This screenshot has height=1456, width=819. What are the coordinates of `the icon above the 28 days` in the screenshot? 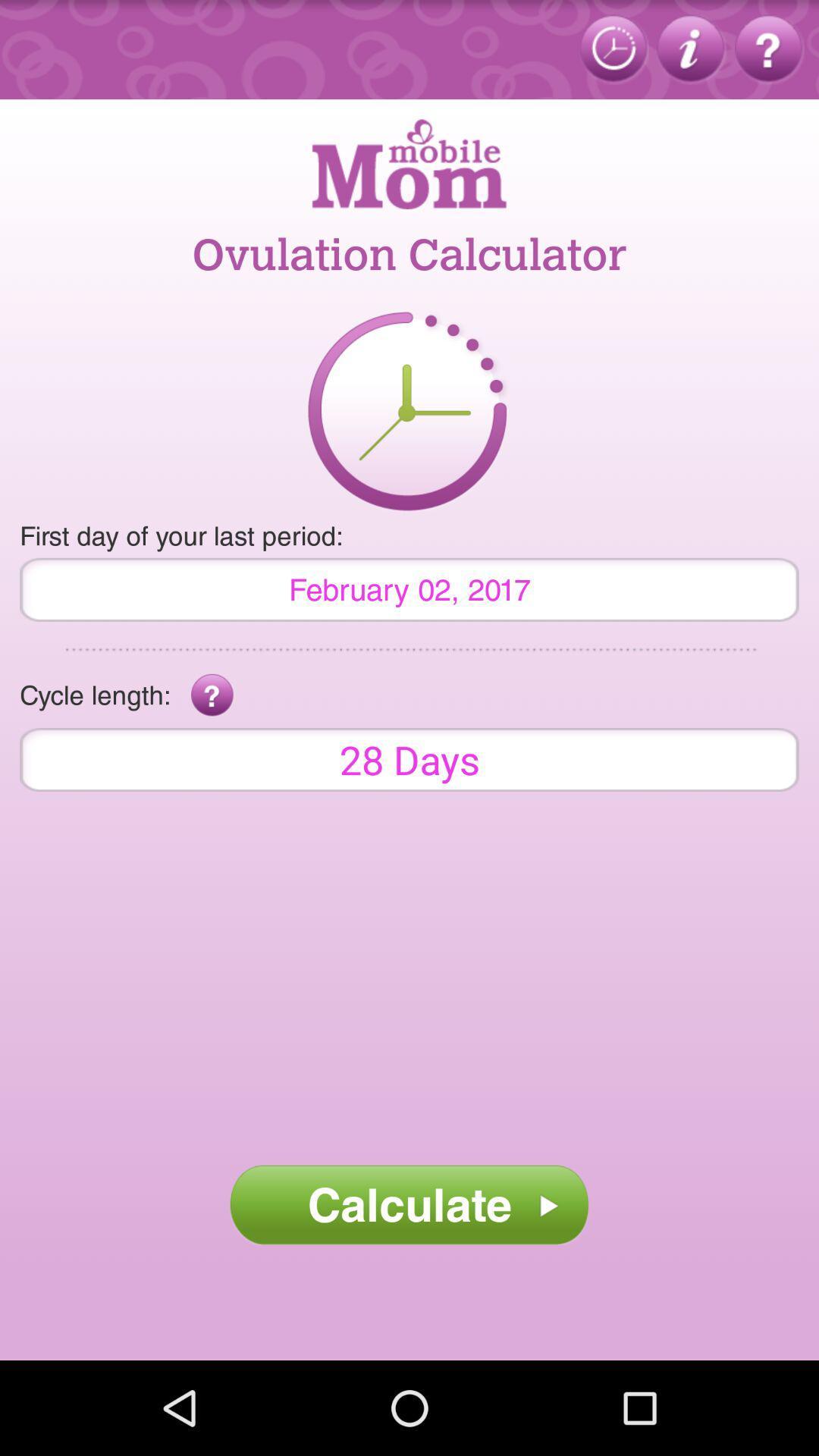 It's located at (212, 695).